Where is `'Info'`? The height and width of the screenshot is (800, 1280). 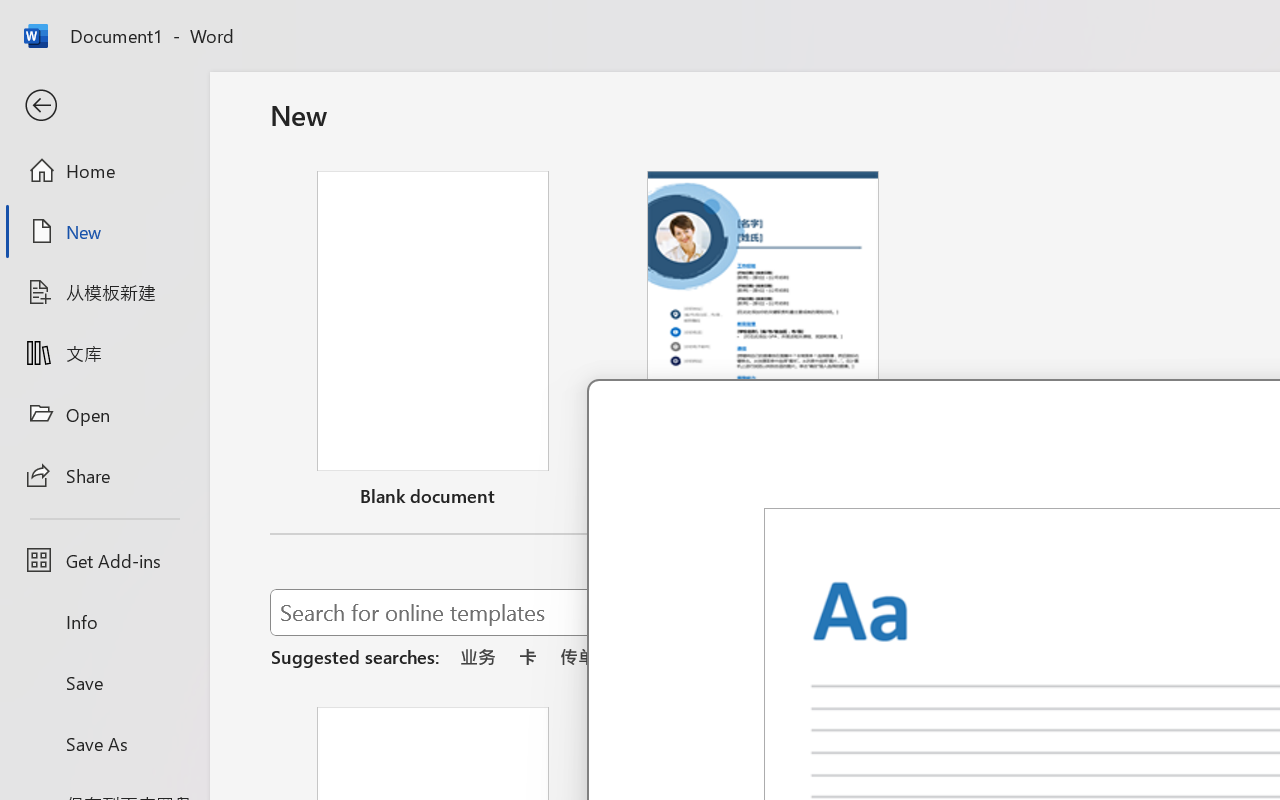 'Info' is located at coordinates (103, 621).